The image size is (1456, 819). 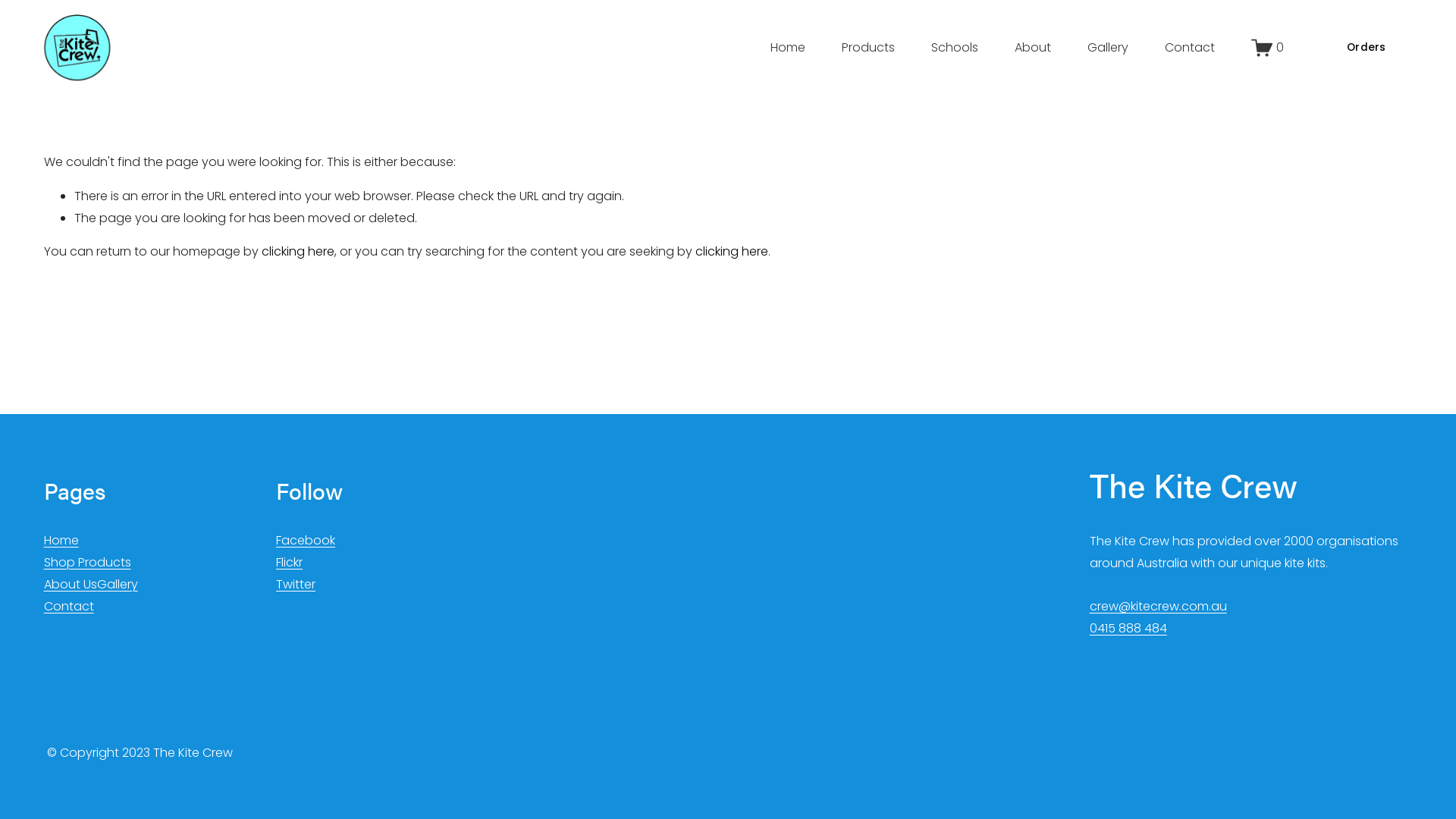 I want to click on 'Schools', so click(x=953, y=46).